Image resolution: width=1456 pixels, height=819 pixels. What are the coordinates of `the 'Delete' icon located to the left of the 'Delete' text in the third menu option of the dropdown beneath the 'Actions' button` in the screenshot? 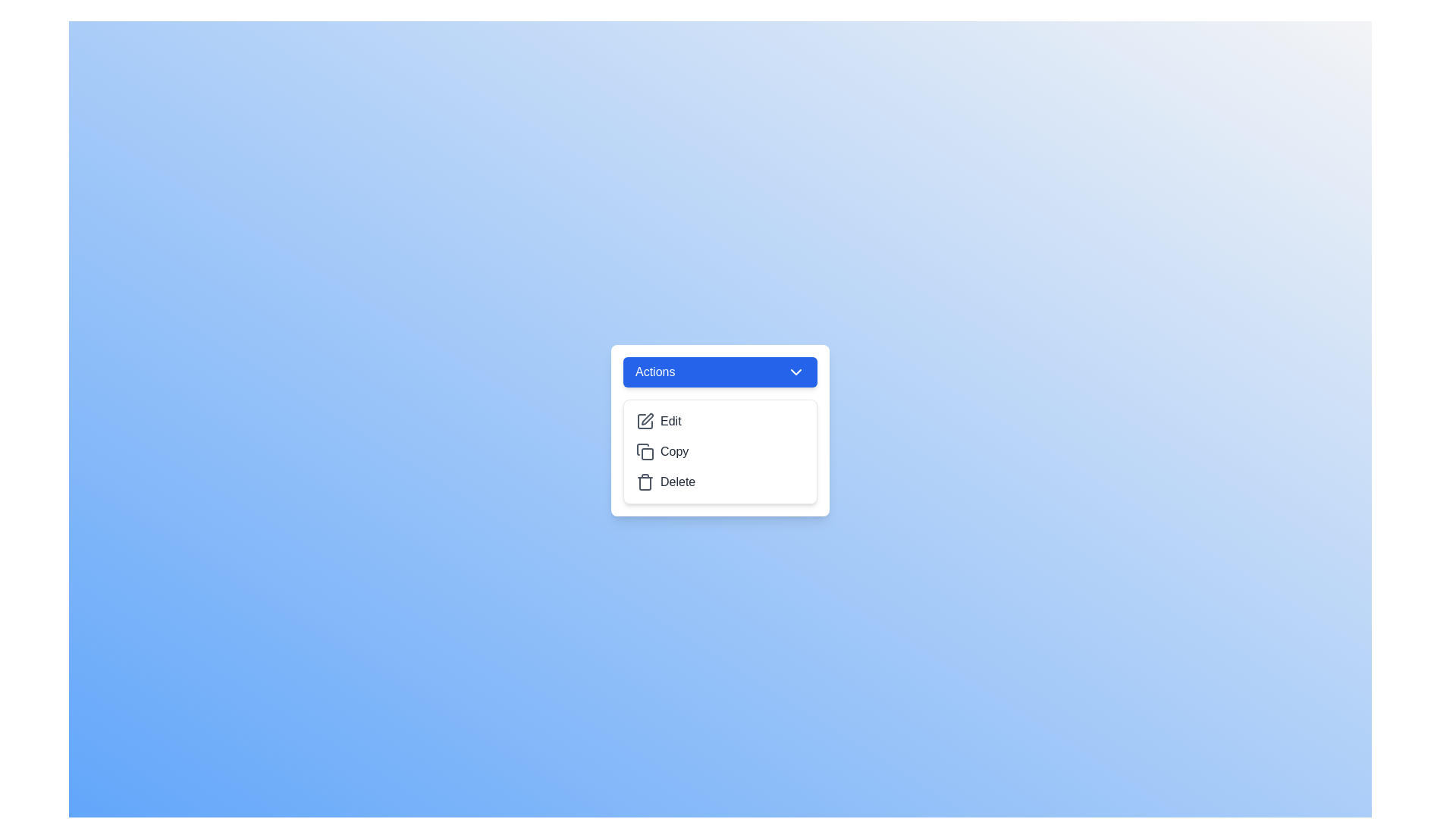 It's located at (645, 482).